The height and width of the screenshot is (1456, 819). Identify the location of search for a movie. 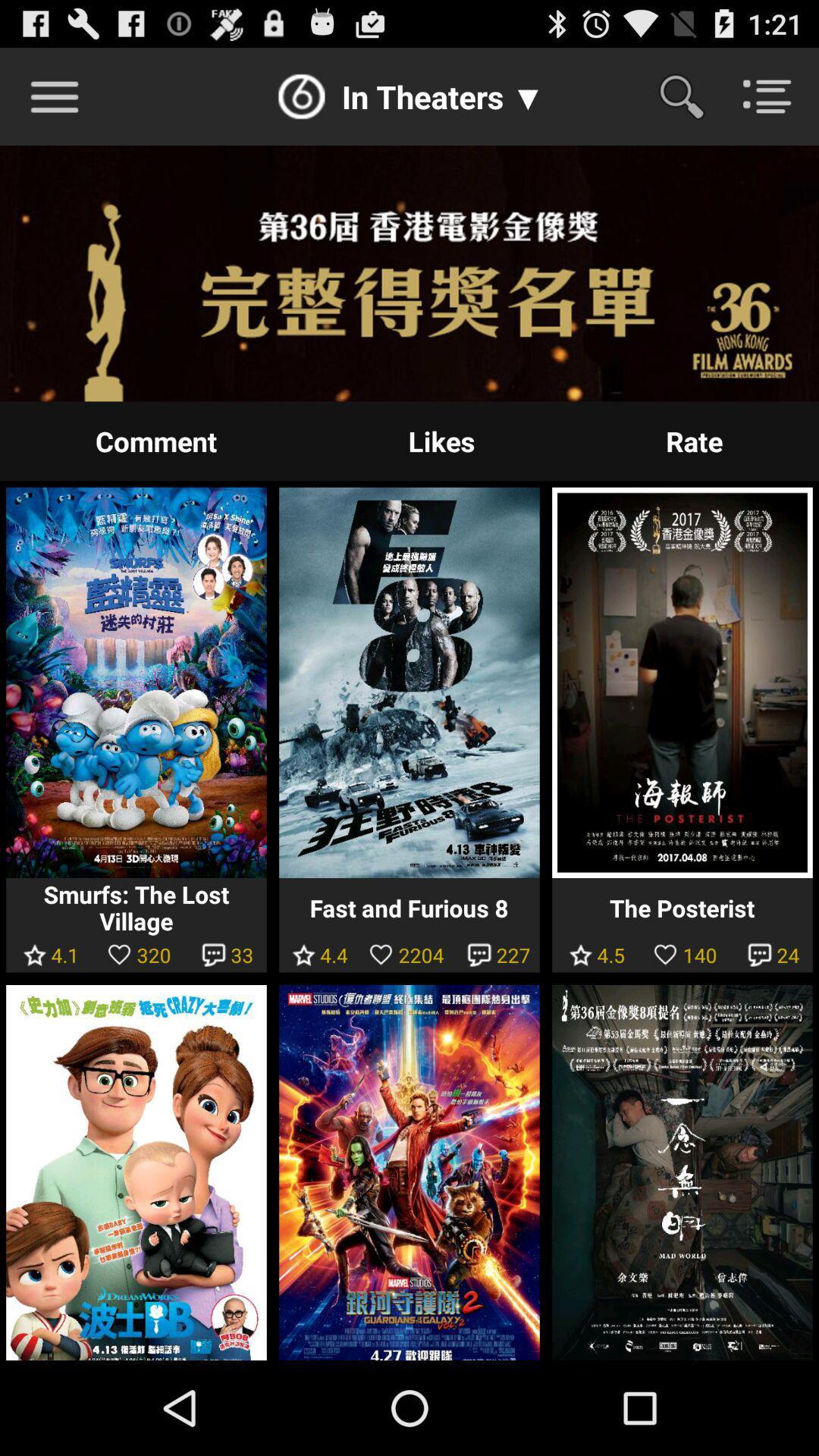
(691, 96).